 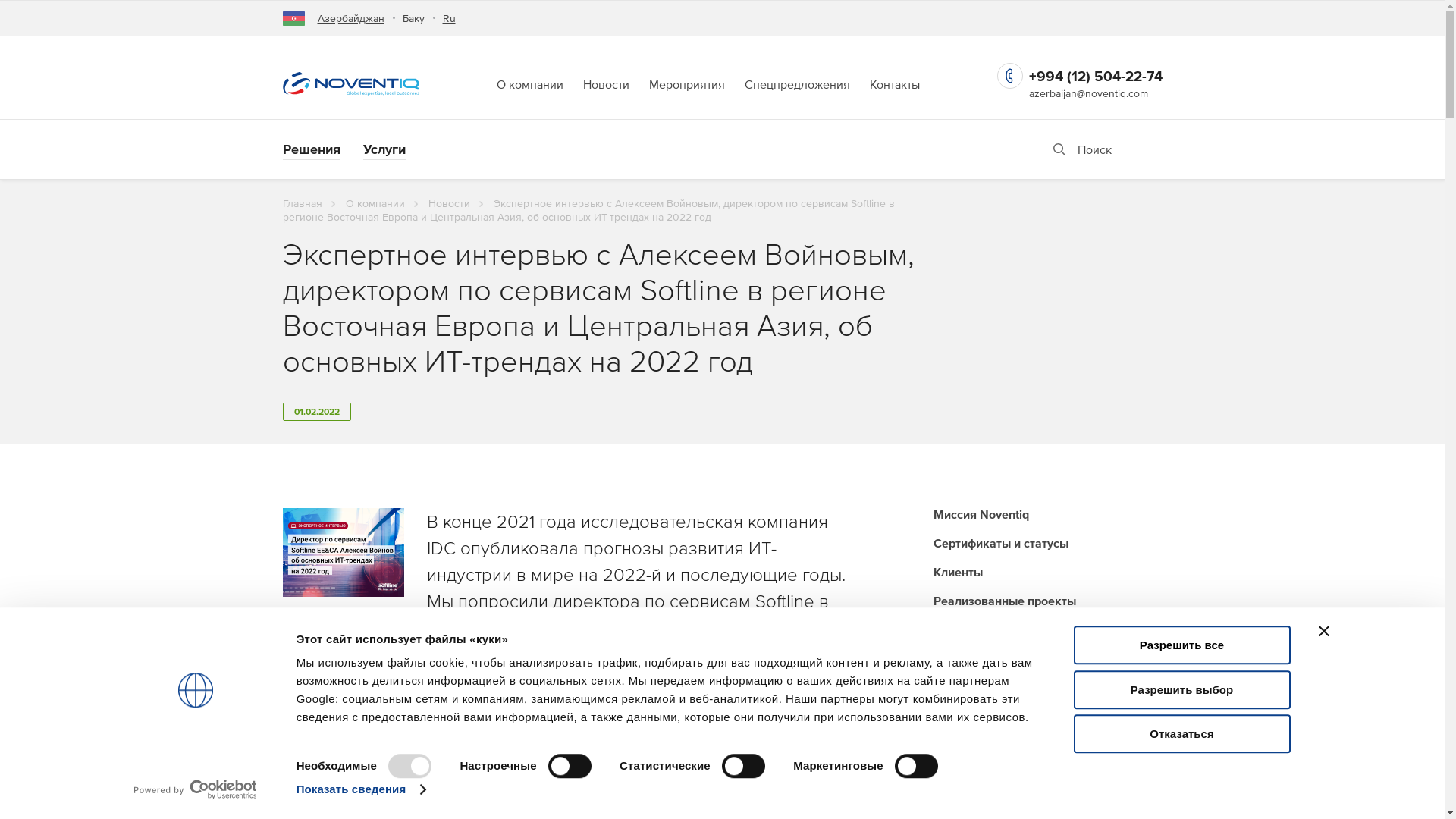 What do you see at coordinates (1087, 93) in the screenshot?
I see `'azerbaijan@noventiq.com'` at bounding box center [1087, 93].